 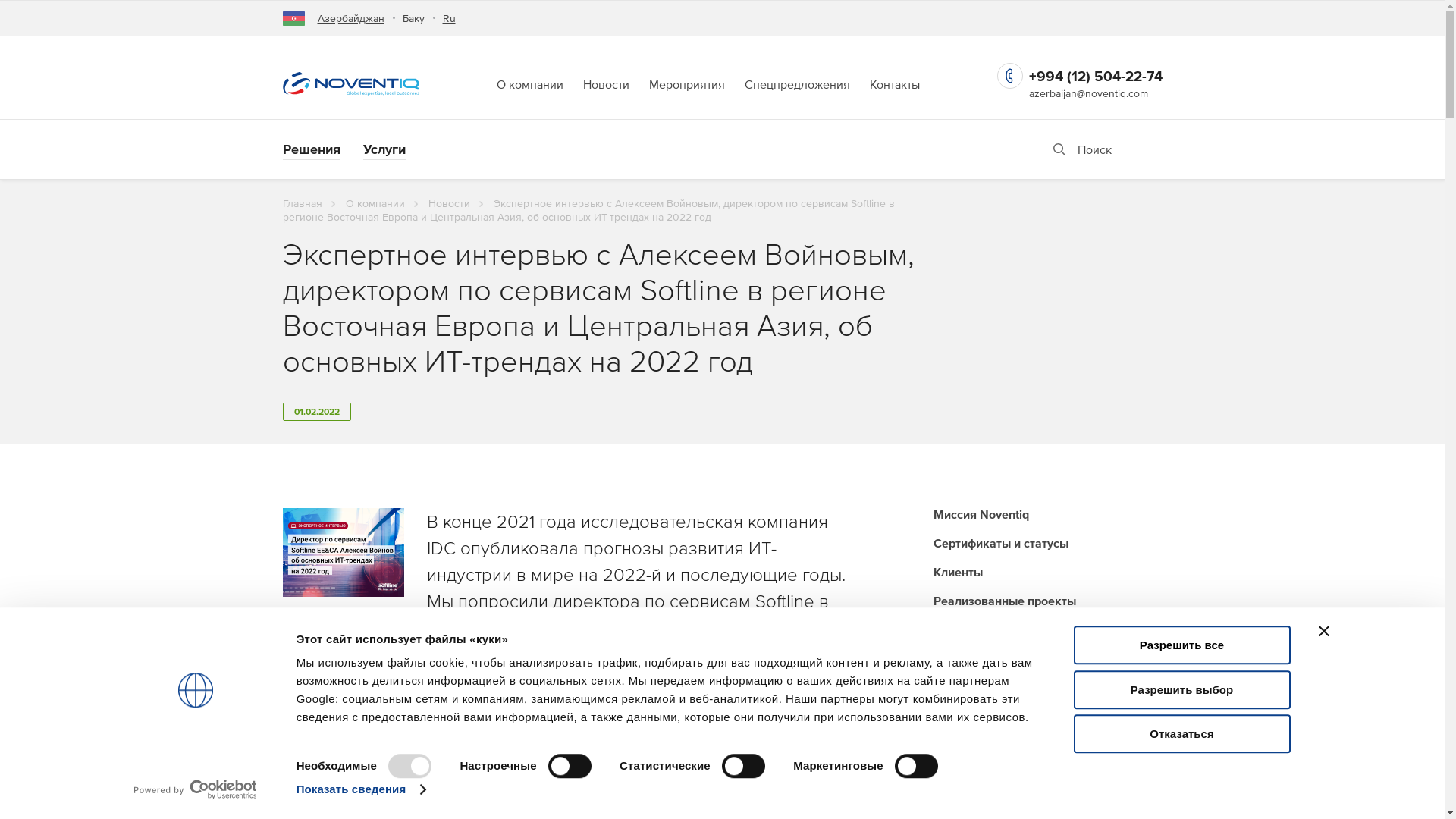 What do you see at coordinates (1087, 93) in the screenshot?
I see `'azerbaijan@noventiq.com'` at bounding box center [1087, 93].